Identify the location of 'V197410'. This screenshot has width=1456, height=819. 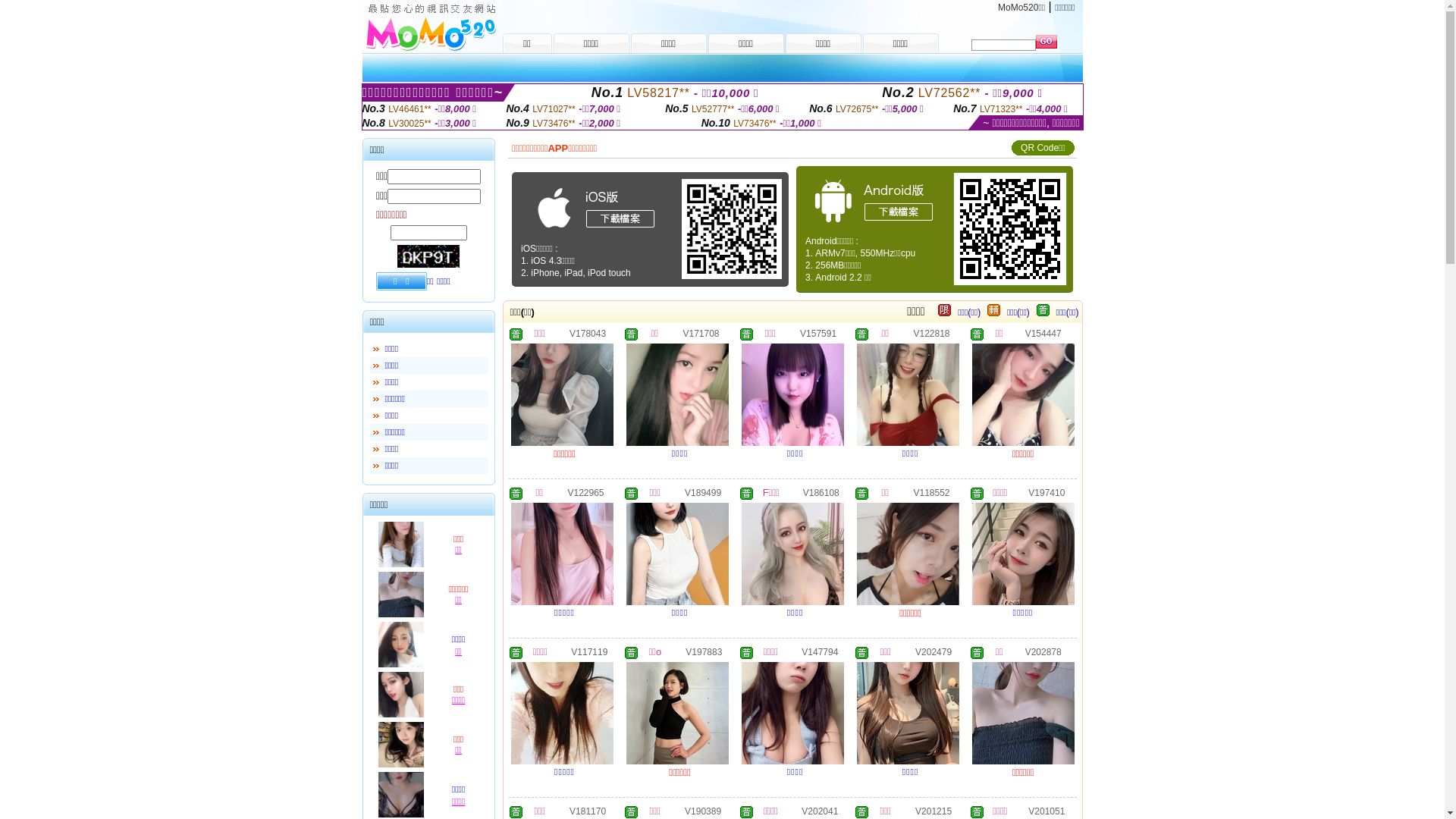
(1046, 491).